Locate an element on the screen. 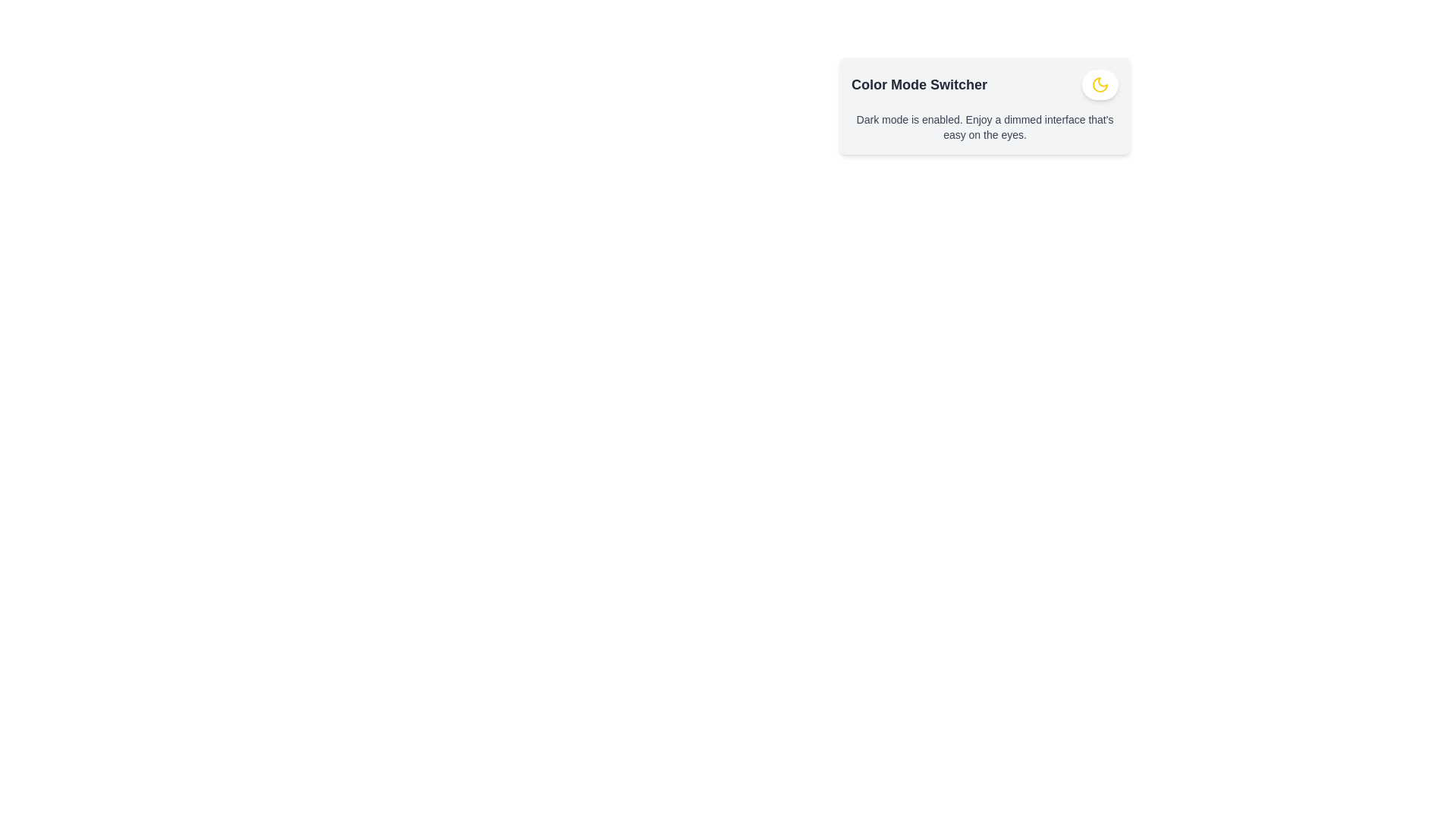  the crescent moon icon within the circular button in the top-right corner of the 'Color Mode Switcher' box is located at coordinates (1100, 84).